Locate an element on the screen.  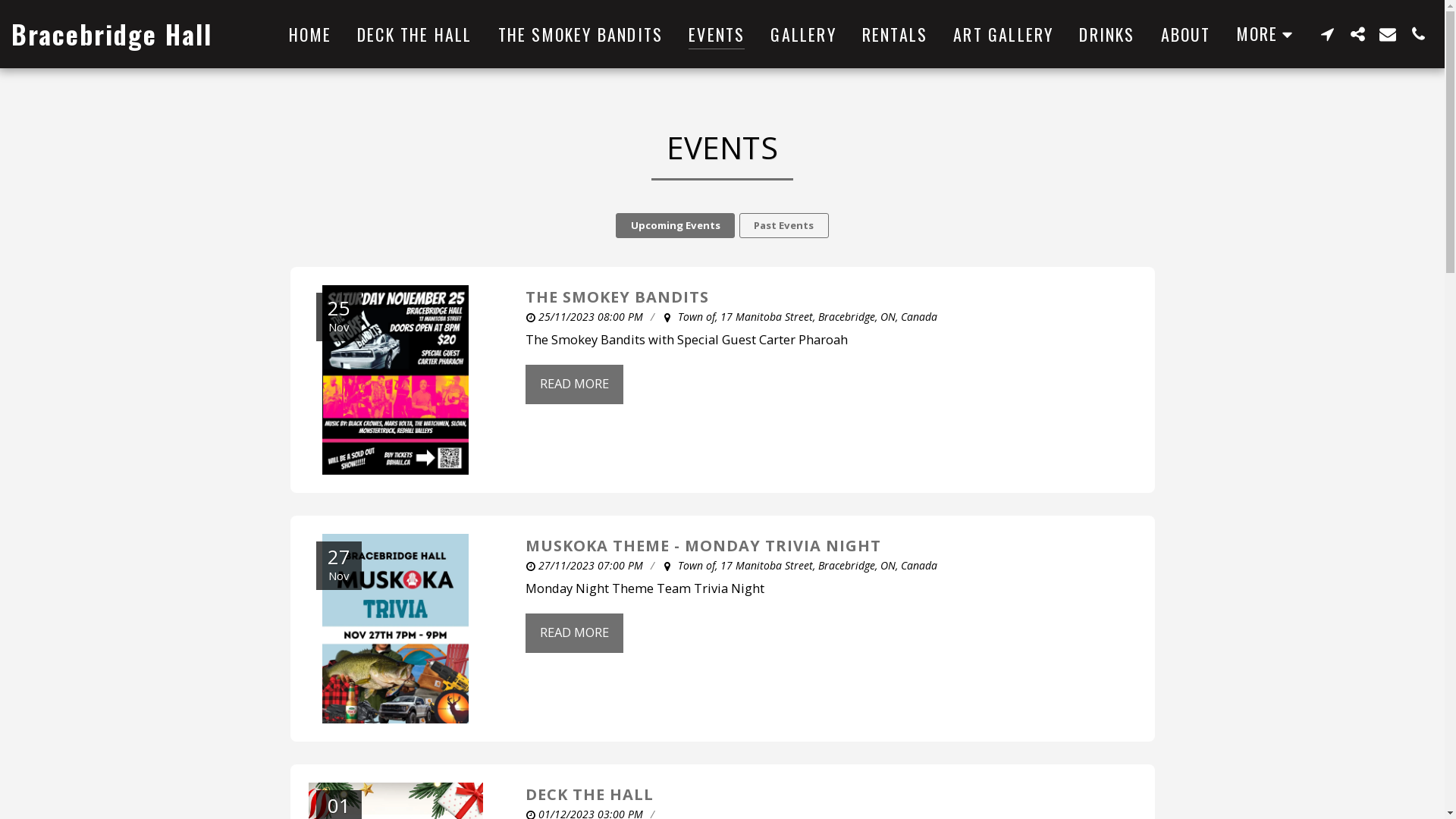
'Past Events' is located at coordinates (783, 225).